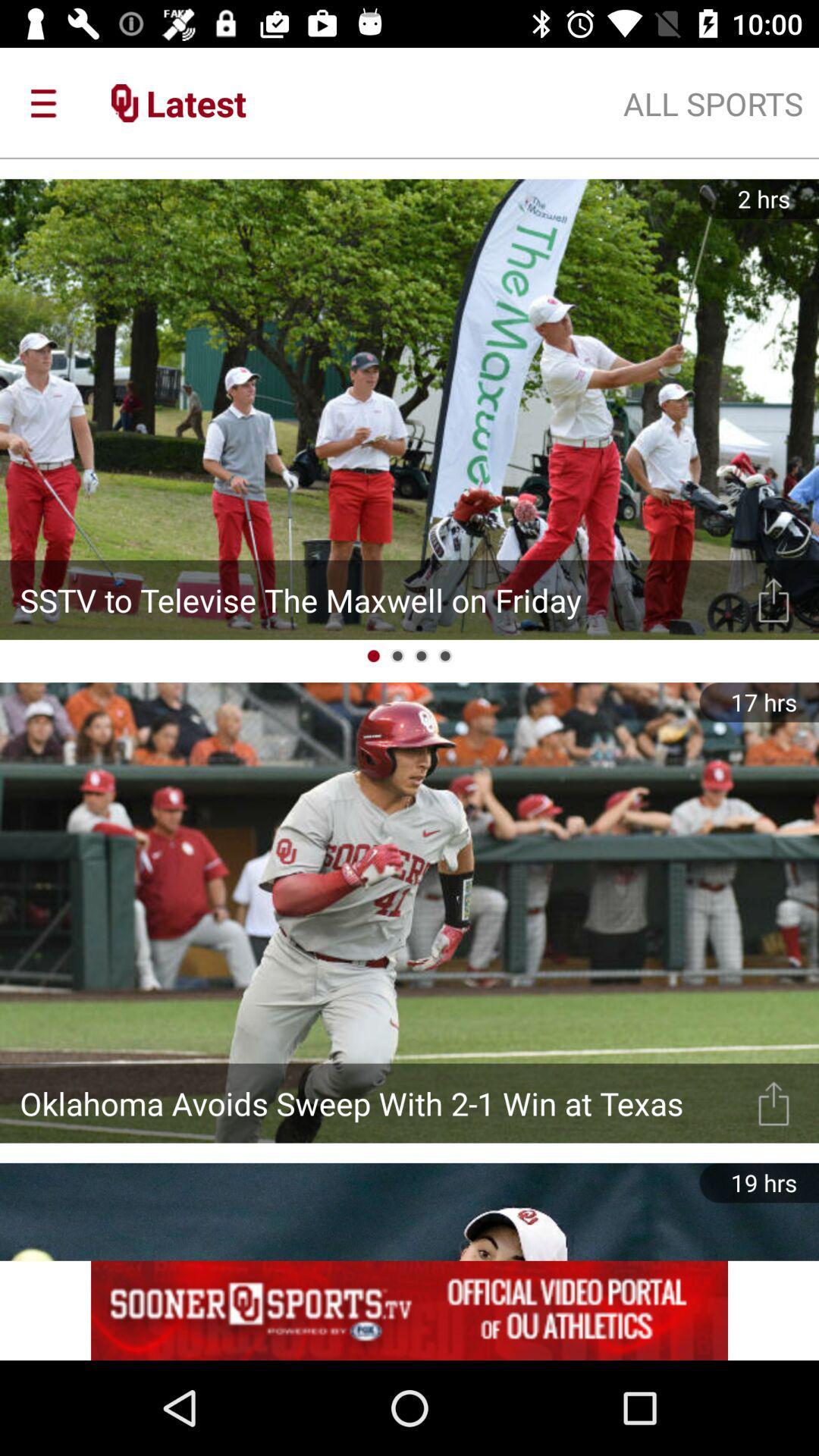 This screenshot has width=819, height=1456. What do you see at coordinates (773, 1103) in the screenshot?
I see `the icon which is above 19 hrs` at bounding box center [773, 1103].